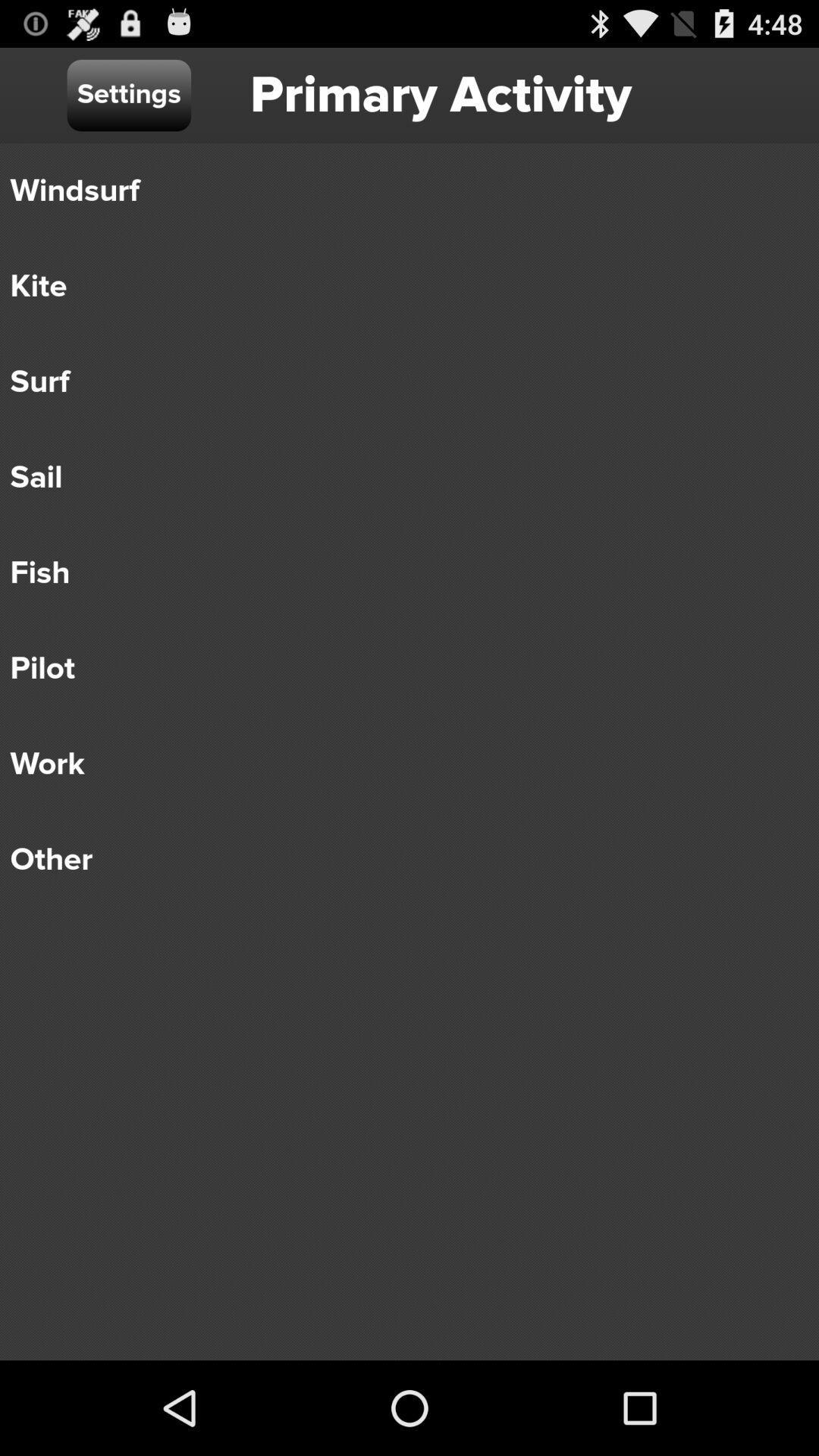  Describe the element at coordinates (398, 764) in the screenshot. I see `the item below pilot` at that location.